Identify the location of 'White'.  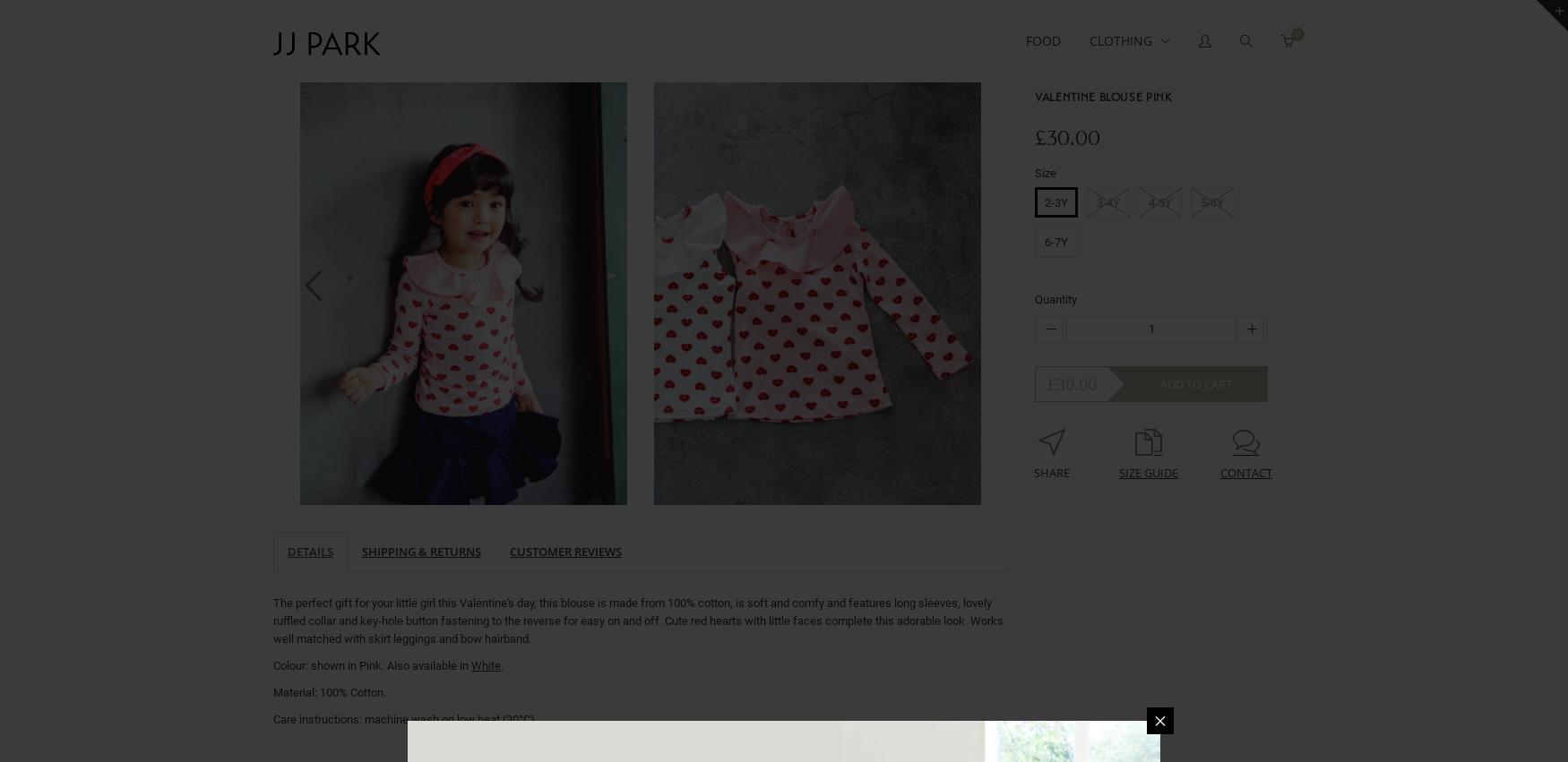
(485, 664).